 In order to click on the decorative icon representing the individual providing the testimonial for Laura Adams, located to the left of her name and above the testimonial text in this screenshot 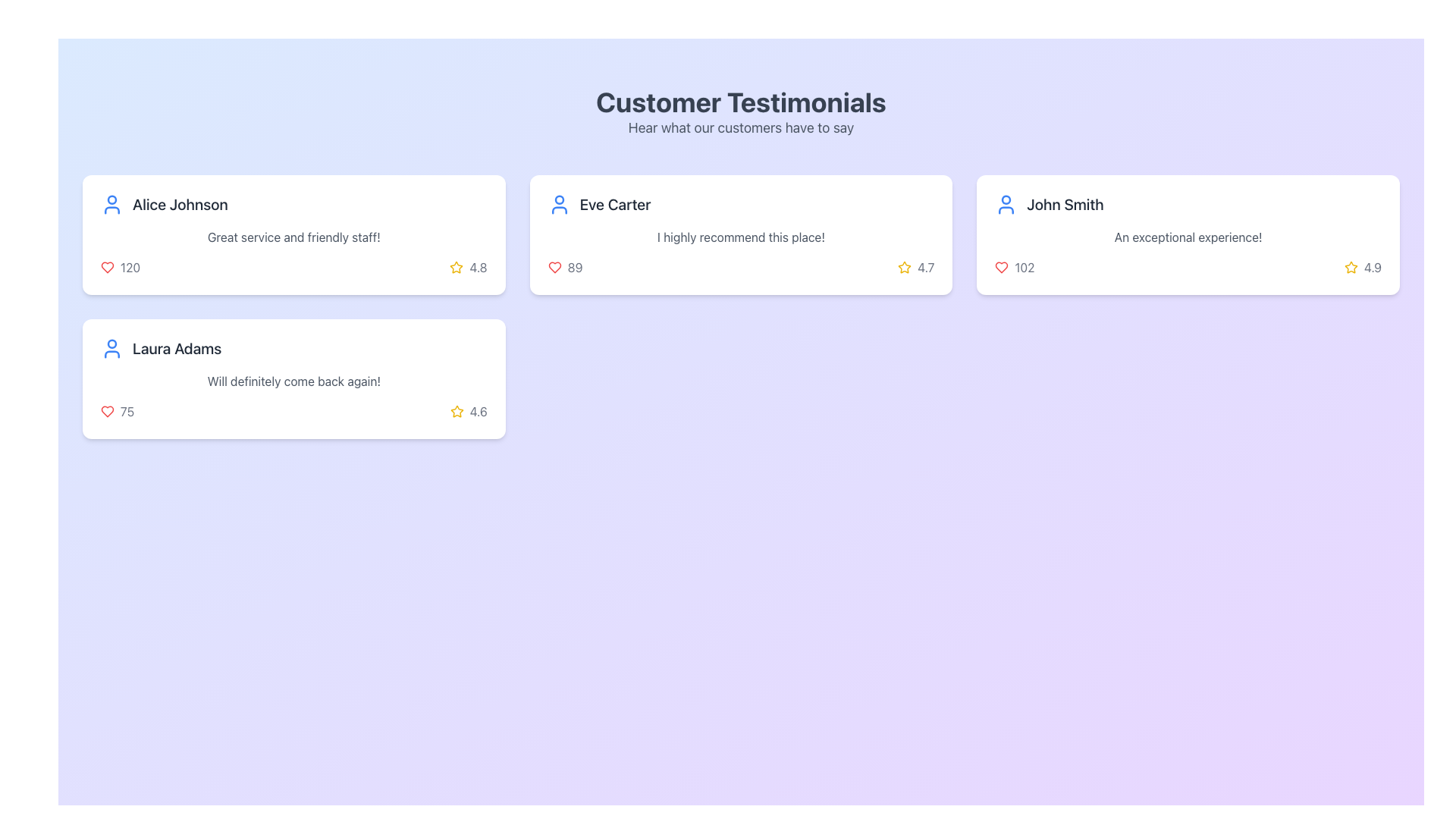, I will do `click(111, 348)`.